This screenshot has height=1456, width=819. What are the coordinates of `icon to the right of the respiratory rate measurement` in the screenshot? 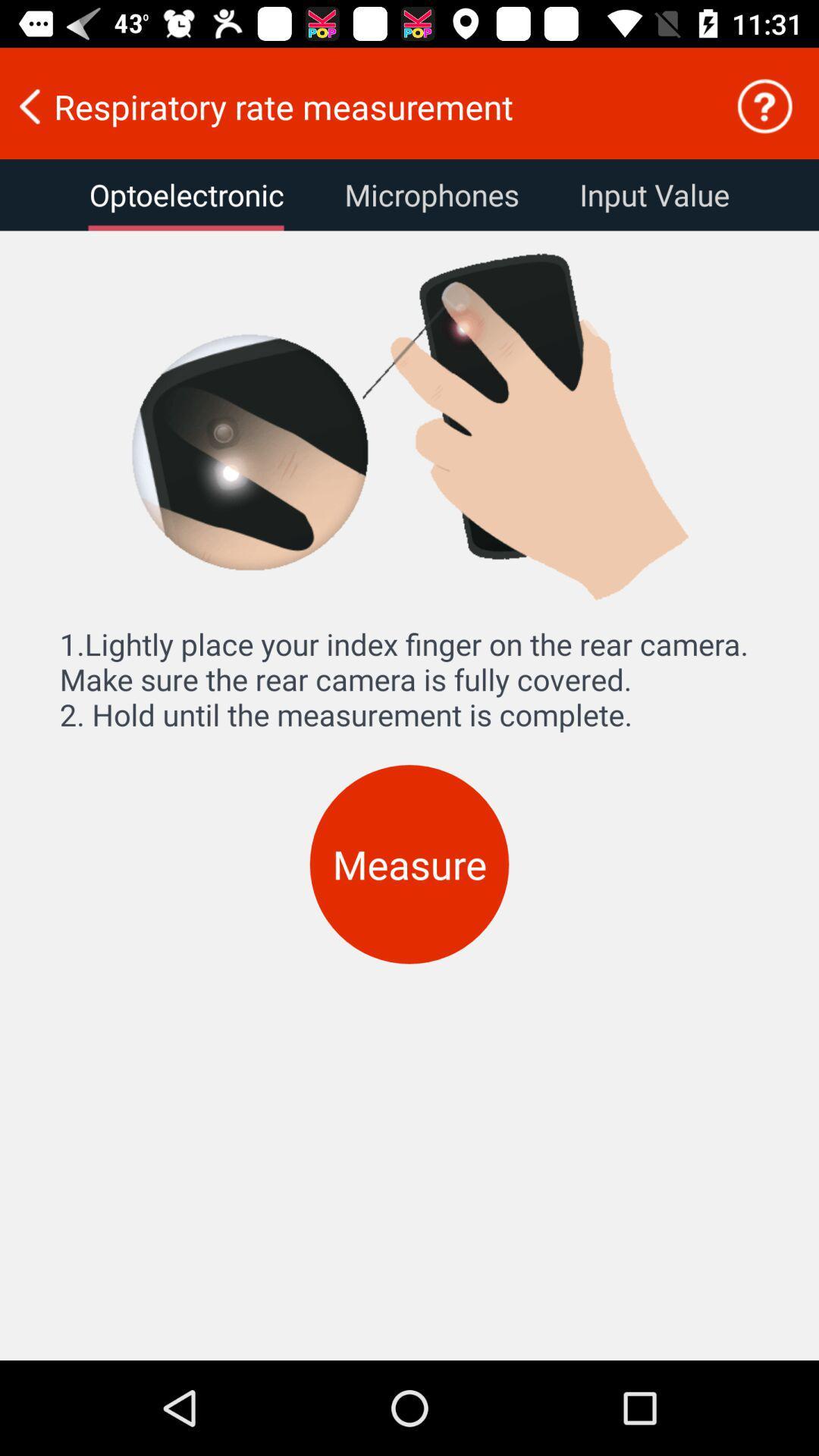 It's located at (764, 105).